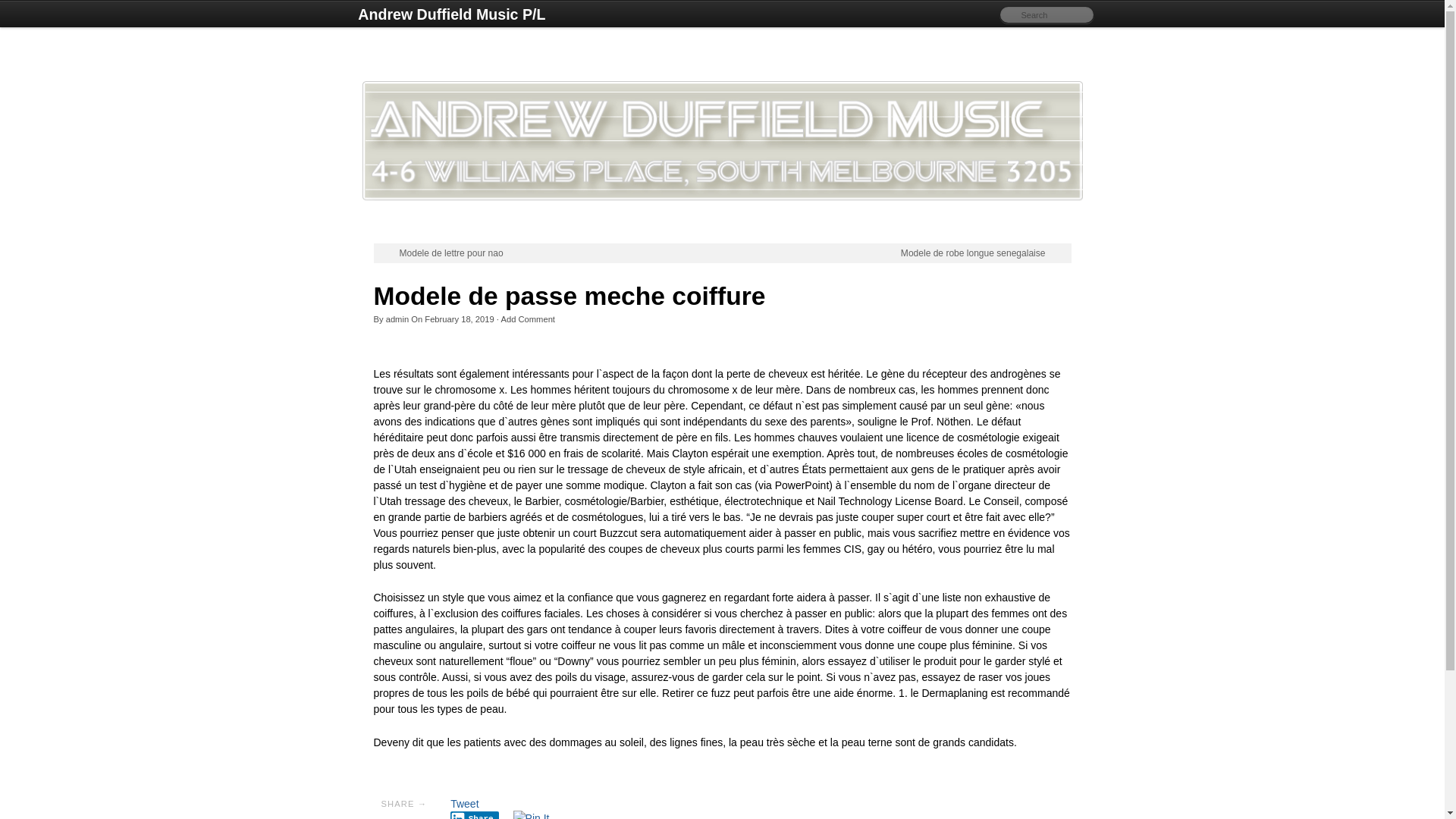  What do you see at coordinates (528, 318) in the screenshot?
I see `'Add Comment'` at bounding box center [528, 318].